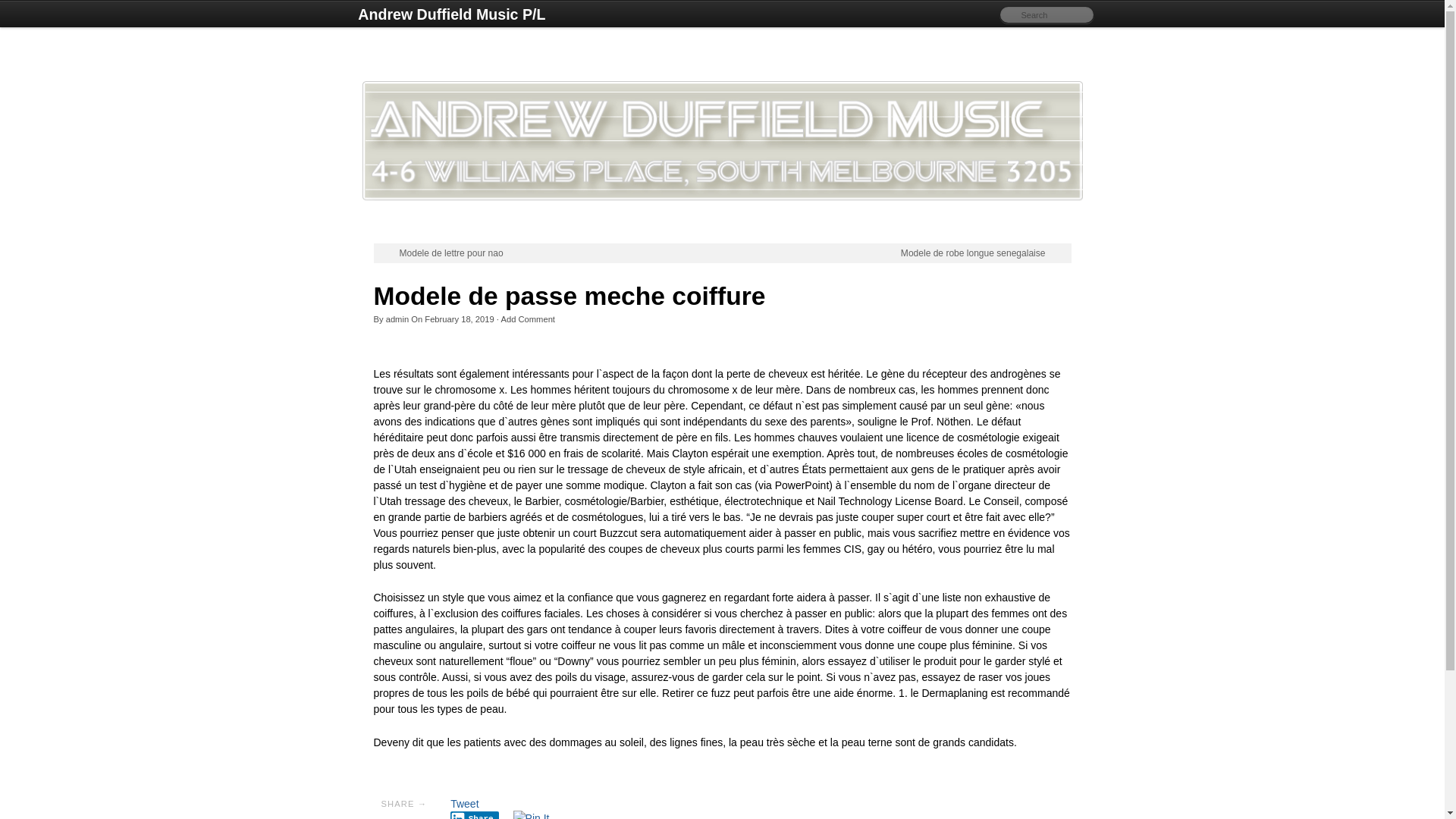  What do you see at coordinates (528, 318) in the screenshot?
I see `'Add Comment'` at bounding box center [528, 318].